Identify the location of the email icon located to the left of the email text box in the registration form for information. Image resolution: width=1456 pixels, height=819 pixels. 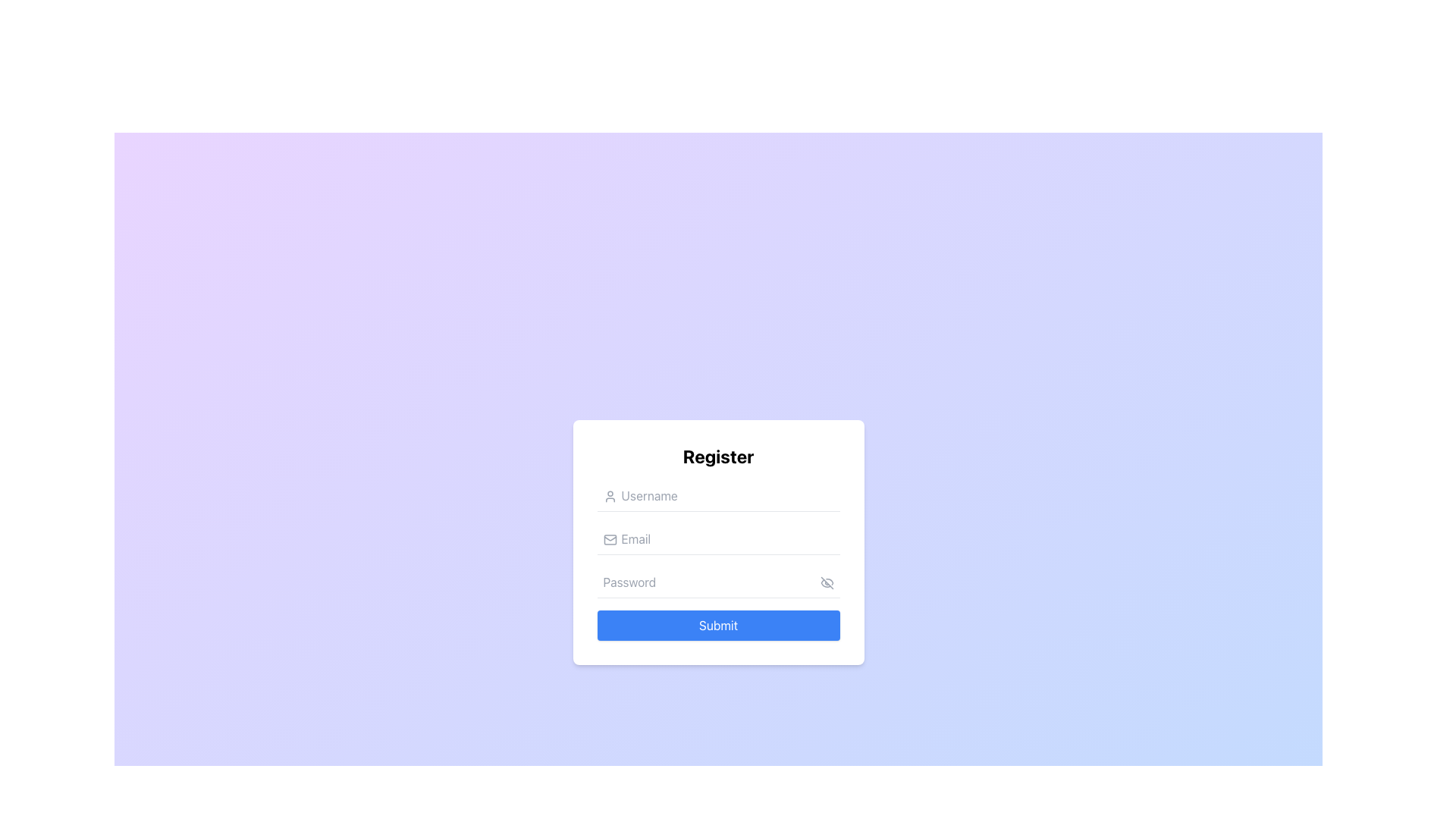
(610, 538).